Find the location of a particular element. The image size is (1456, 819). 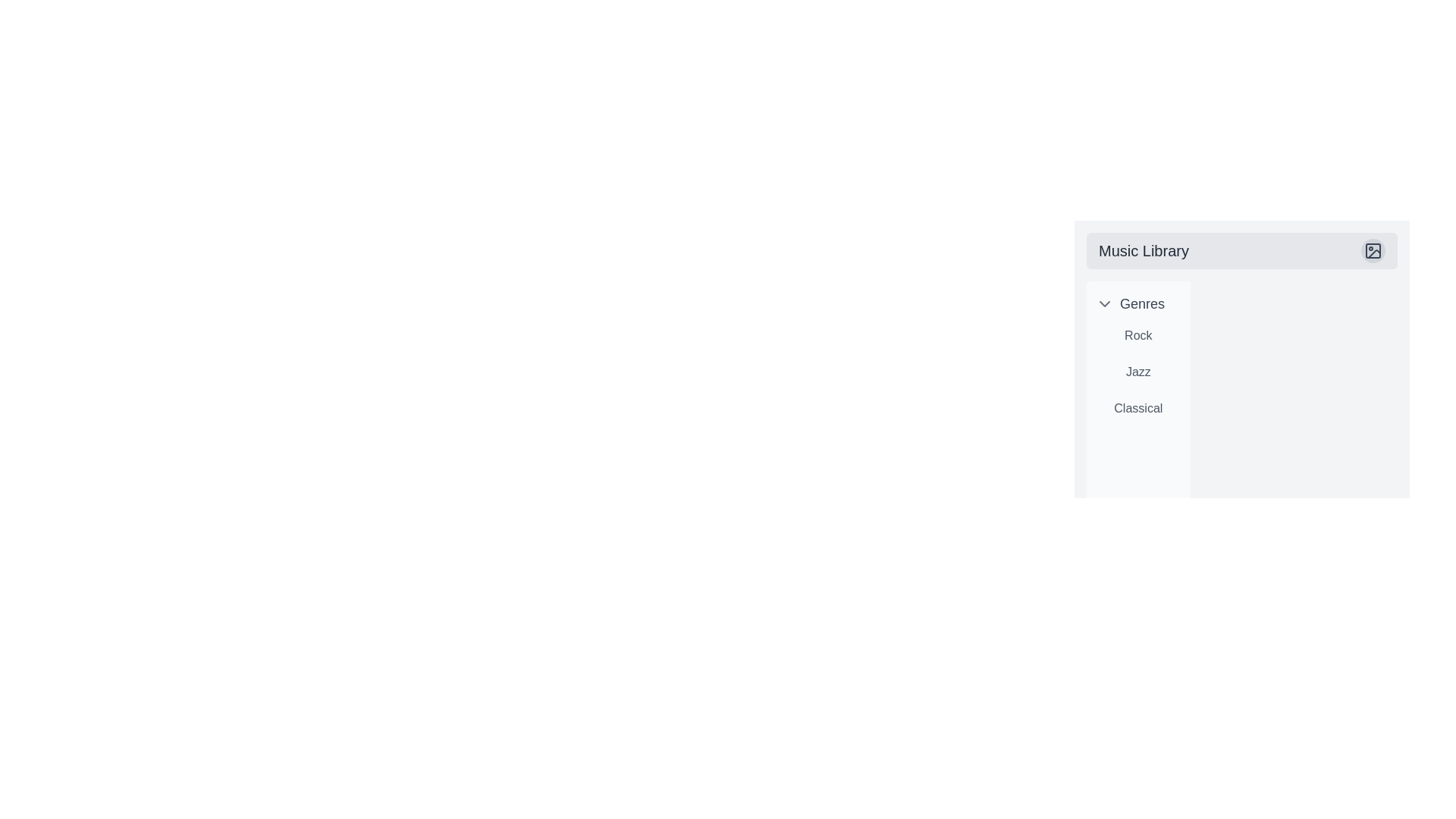

the 'Classical' label, which is the third entry in the 'Genres' list is located at coordinates (1138, 408).